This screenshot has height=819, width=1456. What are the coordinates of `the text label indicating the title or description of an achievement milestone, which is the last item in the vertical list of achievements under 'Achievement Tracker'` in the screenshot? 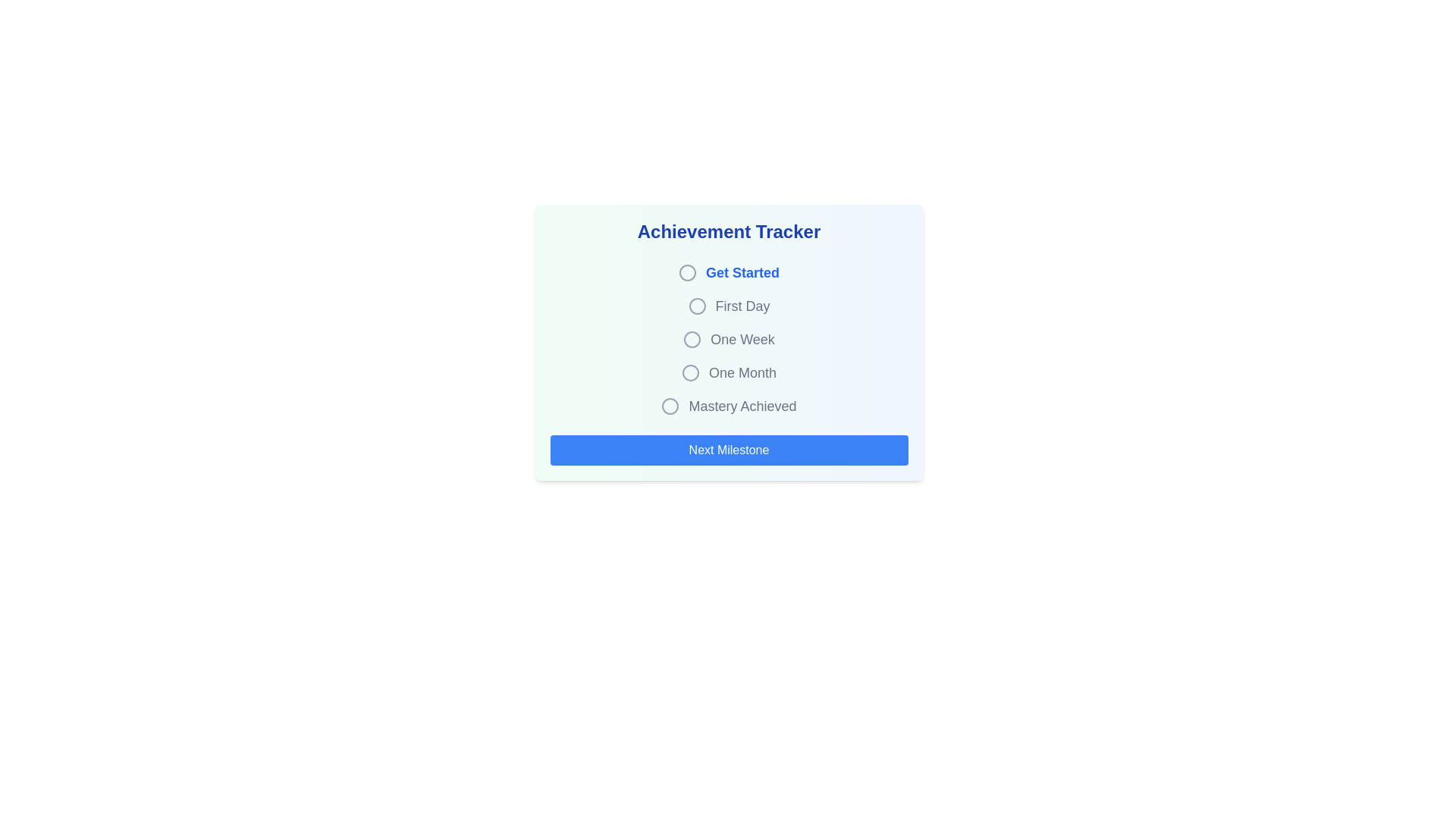 It's located at (742, 406).